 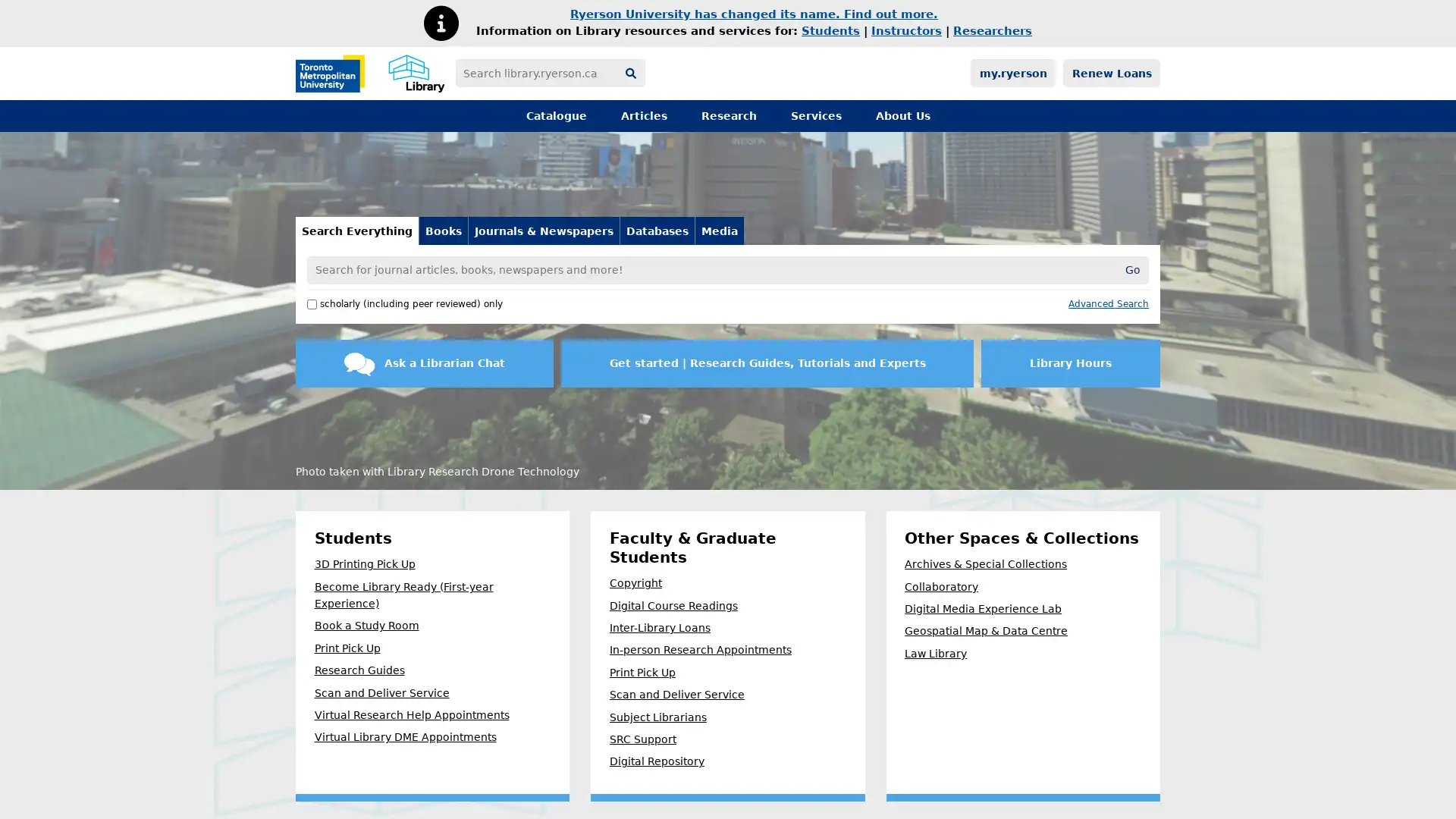 What do you see at coordinates (1132, 268) in the screenshot?
I see `Go` at bounding box center [1132, 268].